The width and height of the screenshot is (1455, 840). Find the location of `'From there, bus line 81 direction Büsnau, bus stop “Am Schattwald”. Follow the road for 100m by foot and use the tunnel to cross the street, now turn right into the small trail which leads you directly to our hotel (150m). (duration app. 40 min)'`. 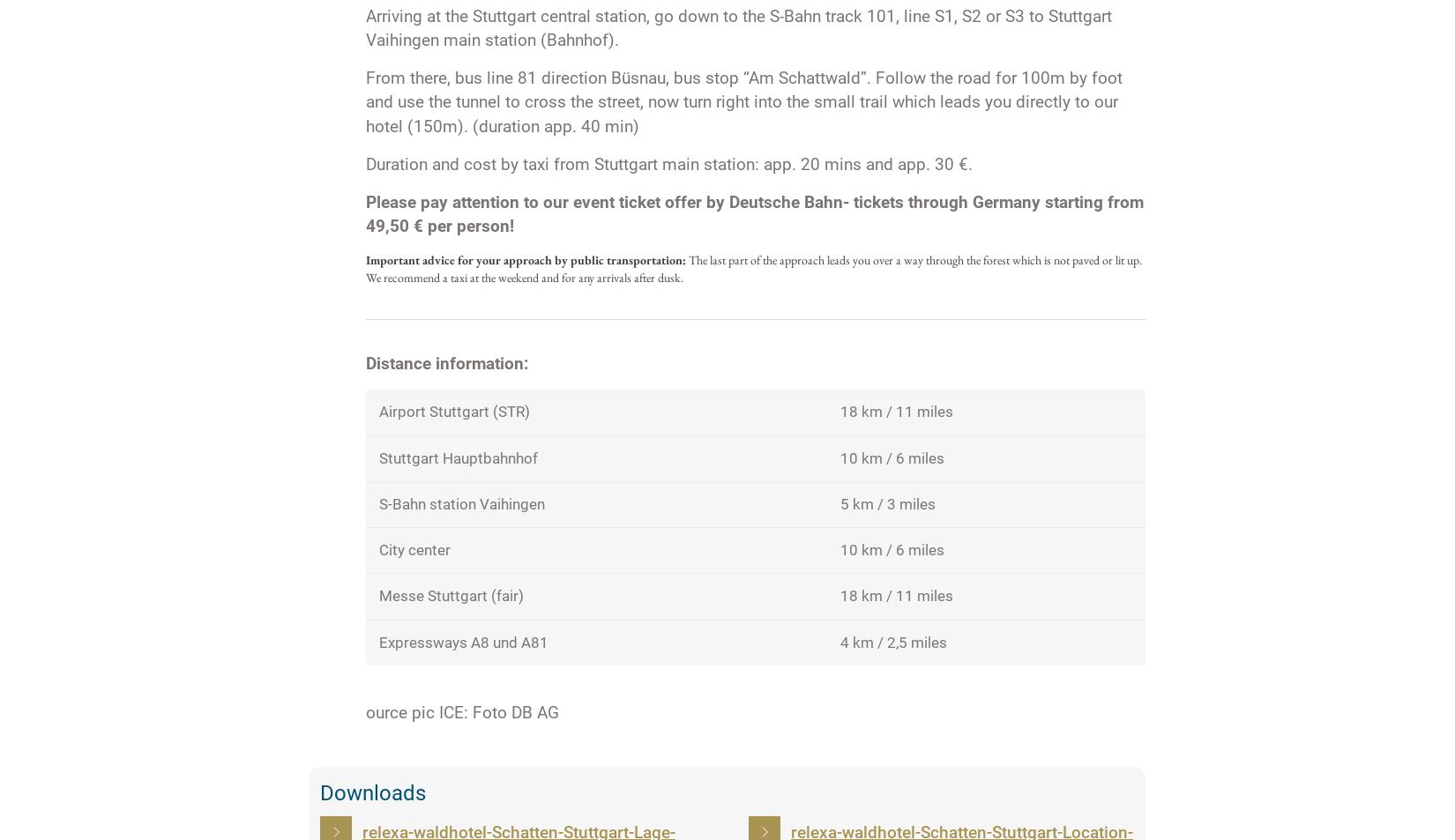

'From there, bus line 81 direction Büsnau, bus stop “Am Schattwald”. Follow the road for 100m by foot and use the tunnel to cross the street, now turn right into the small trail which leads you directly to our hotel (150m). (duration app. 40 min)' is located at coordinates (742, 100).